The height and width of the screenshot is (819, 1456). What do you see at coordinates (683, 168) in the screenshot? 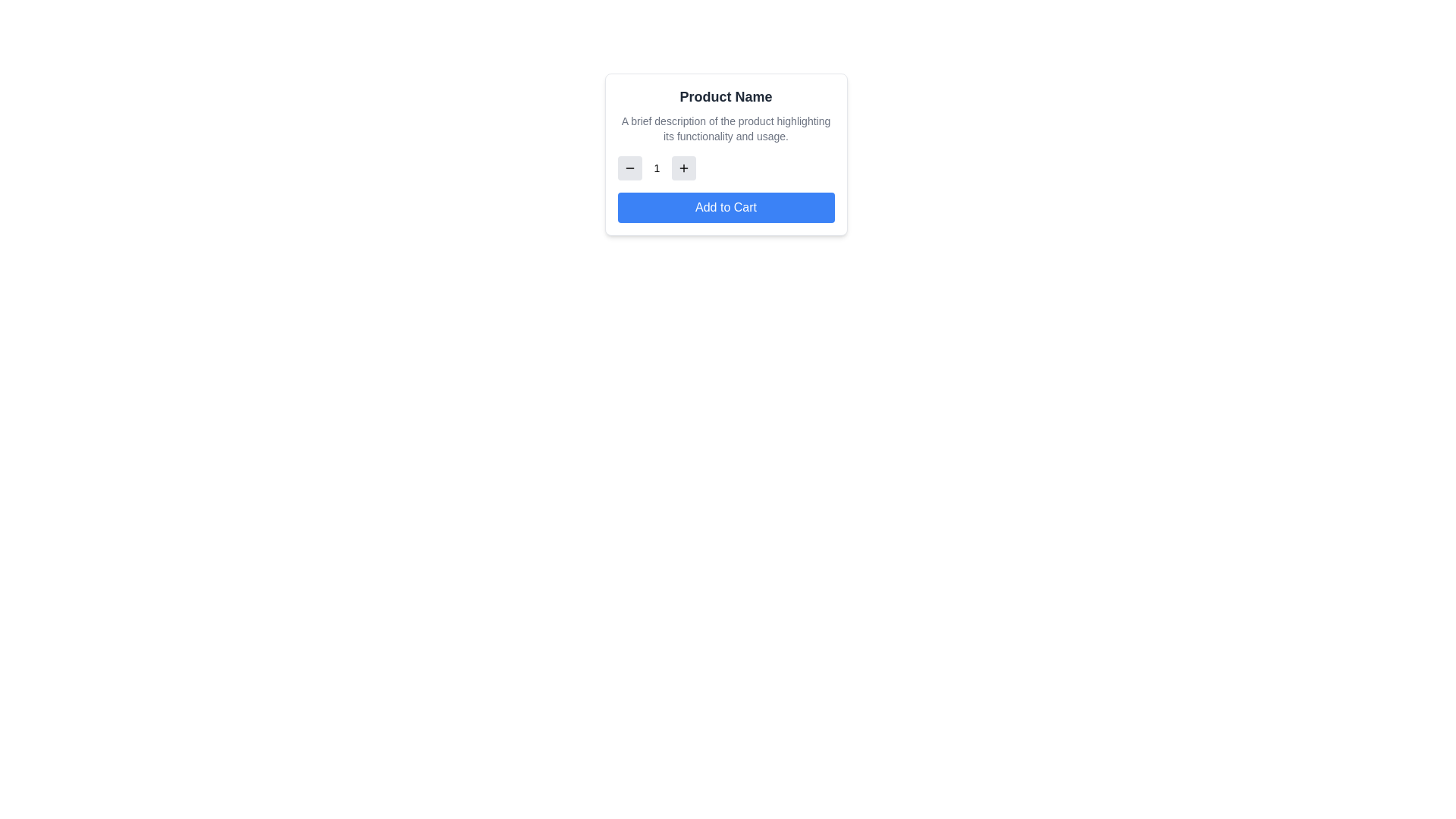
I see `the increase quantity button located to the right of the quantity number in the product selection interface` at bounding box center [683, 168].